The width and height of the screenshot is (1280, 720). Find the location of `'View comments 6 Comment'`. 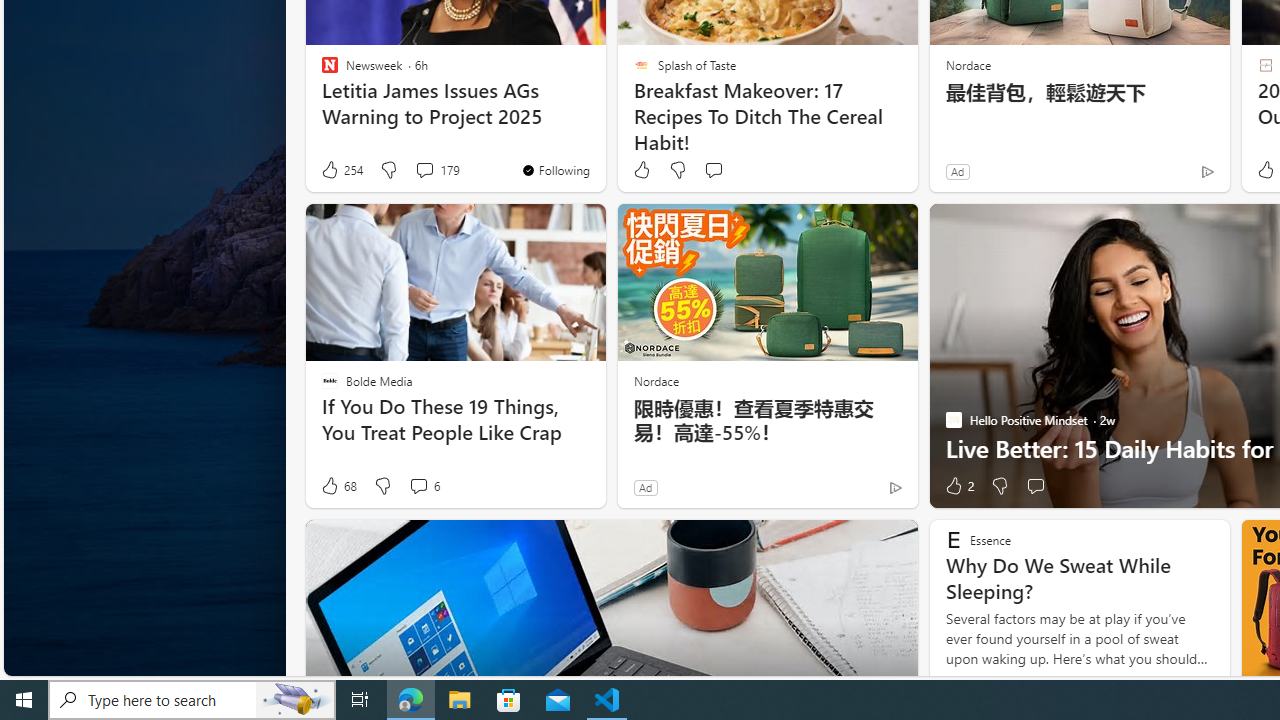

'View comments 6 Comment' is located at coordinates (417, 486).